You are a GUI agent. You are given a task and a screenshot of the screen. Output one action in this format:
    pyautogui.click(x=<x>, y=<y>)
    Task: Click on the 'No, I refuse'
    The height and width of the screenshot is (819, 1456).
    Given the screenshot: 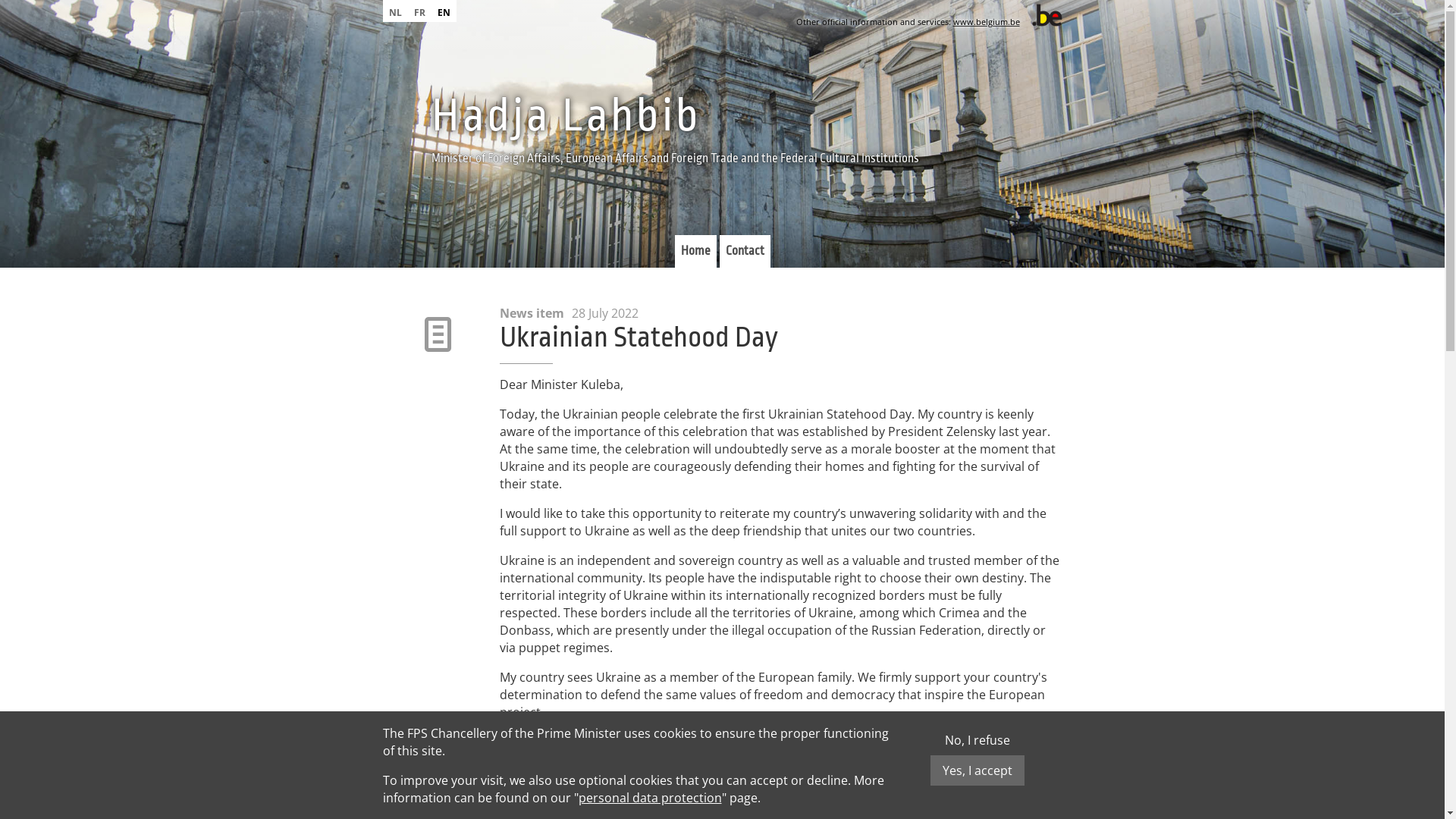 What is the action you would take?
    pyautogui.click(x=977, y=739)
    